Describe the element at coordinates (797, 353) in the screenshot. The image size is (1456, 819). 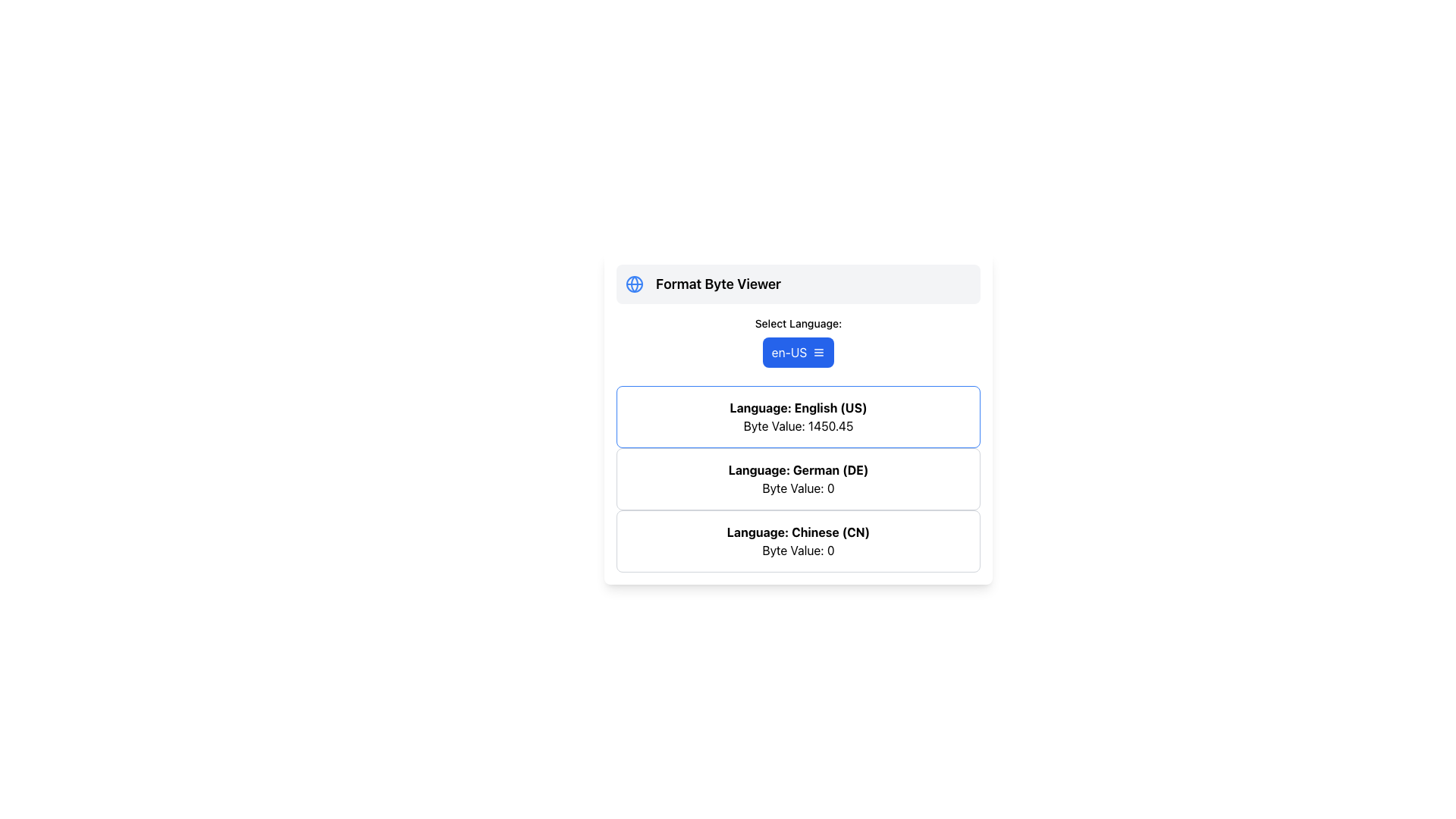
I see `the Dropdown Toggle Button located in the 'Select Language' section` at that location.